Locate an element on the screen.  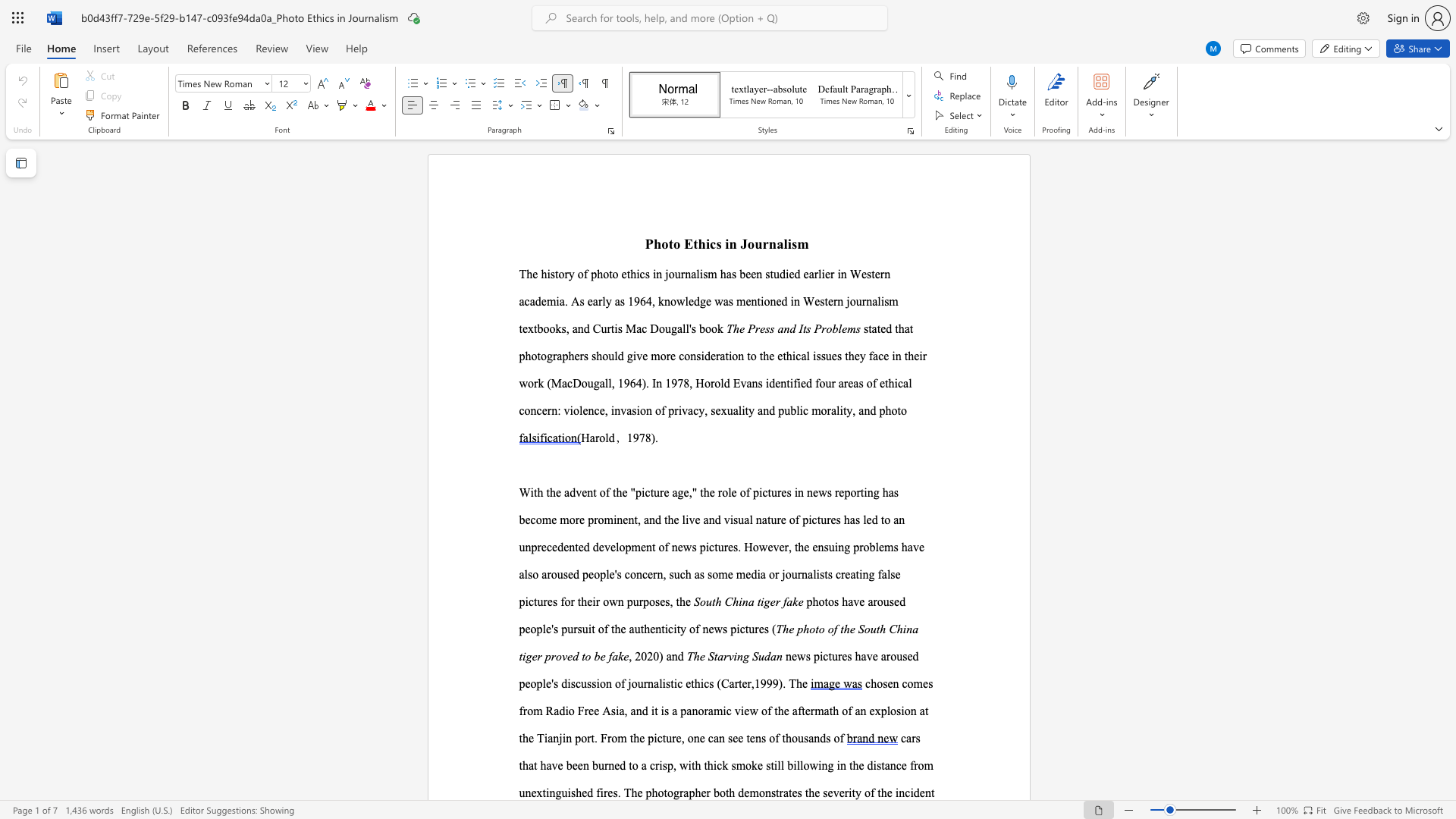
the 1th character "r" in the text is located at coordinates (781, 792).